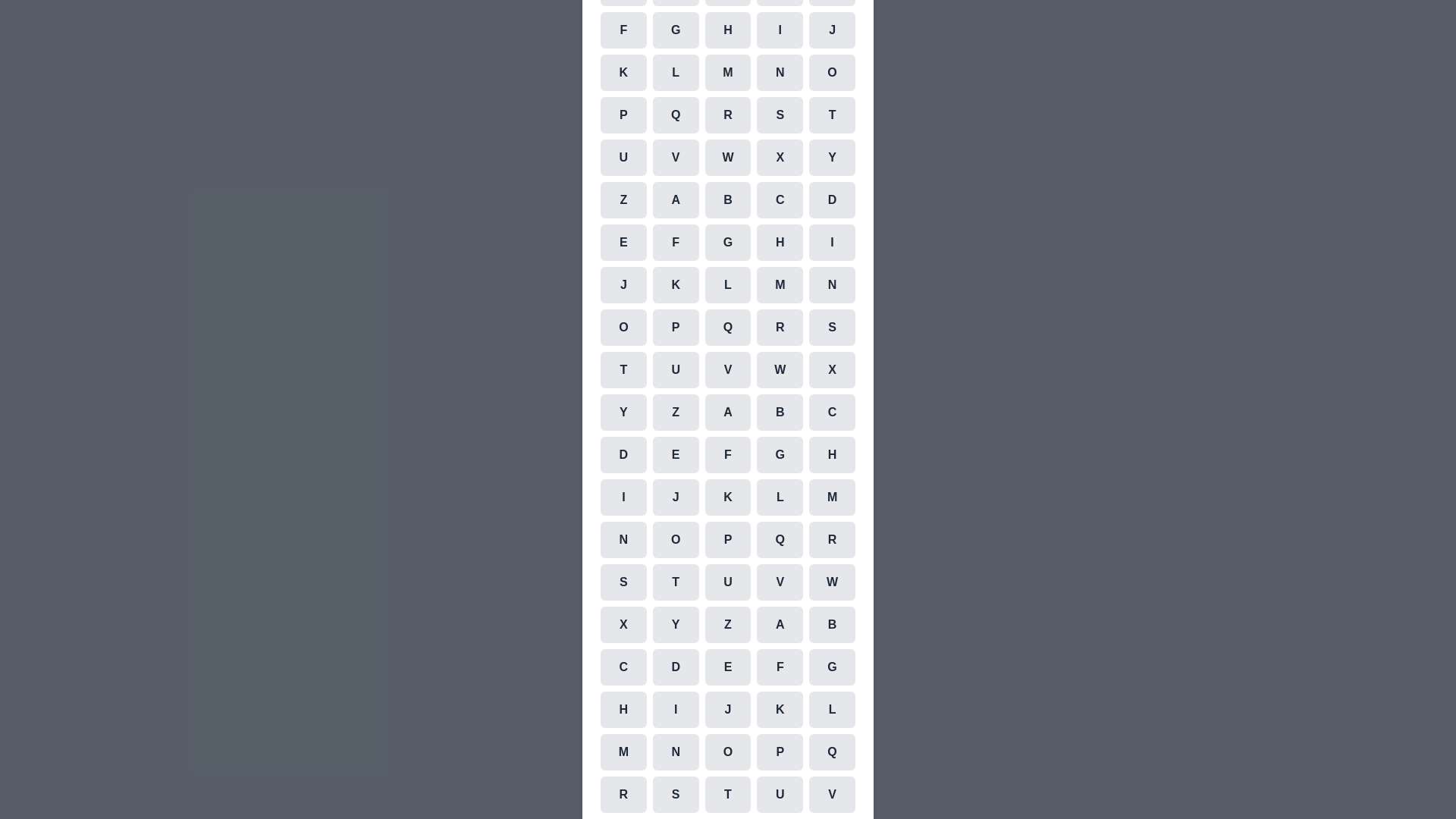 Image resolution: width=1456 pixels, height=819 pixels. I want to click on the cell representing the character Z, so click(623, 199).